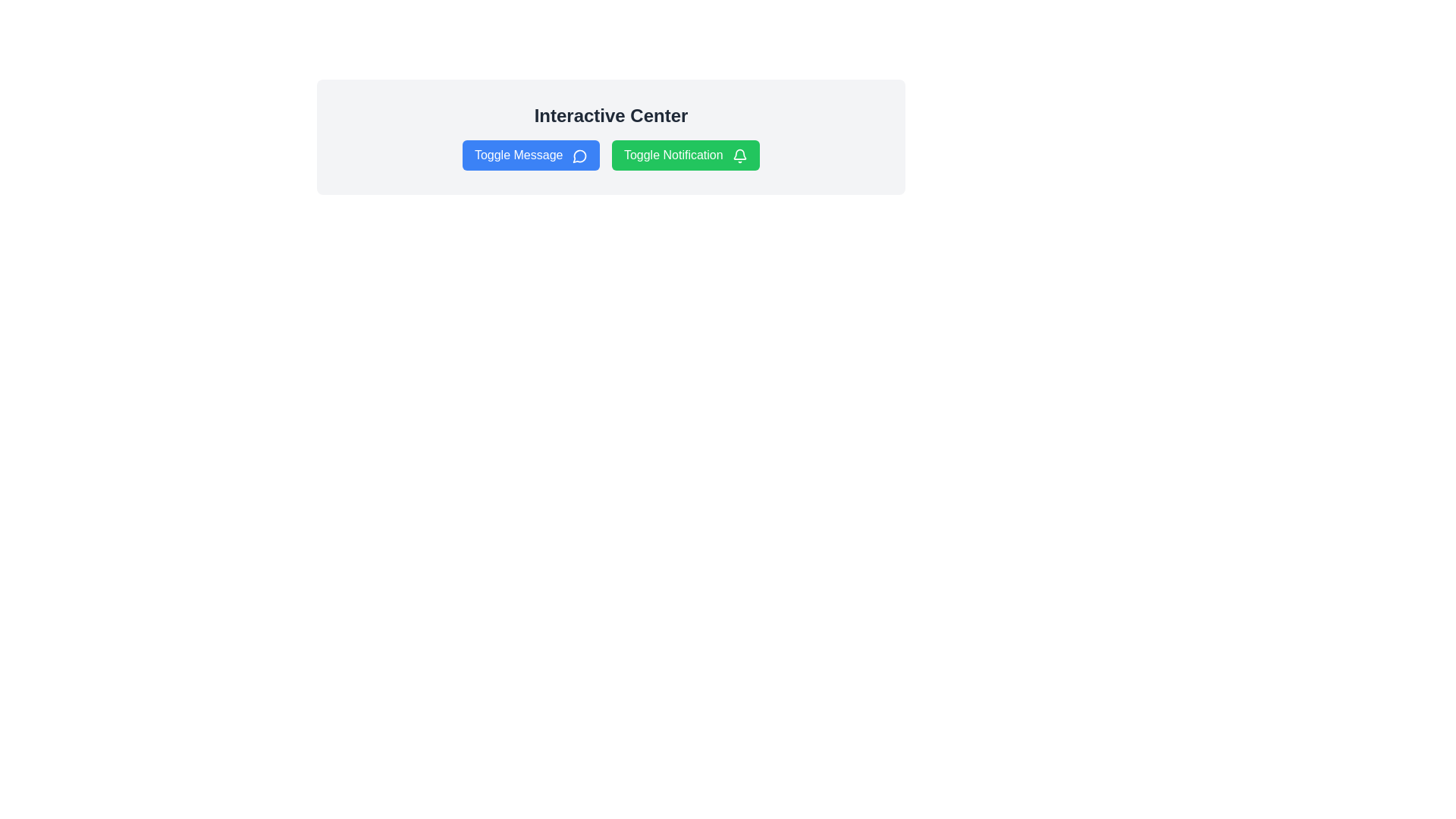  Describe the element at coordinates (579, 155) in the screenshot. I see `the decorative icon that represents the messaging feature, which is located on the right side of the 'Toggle Message' button` at that location.